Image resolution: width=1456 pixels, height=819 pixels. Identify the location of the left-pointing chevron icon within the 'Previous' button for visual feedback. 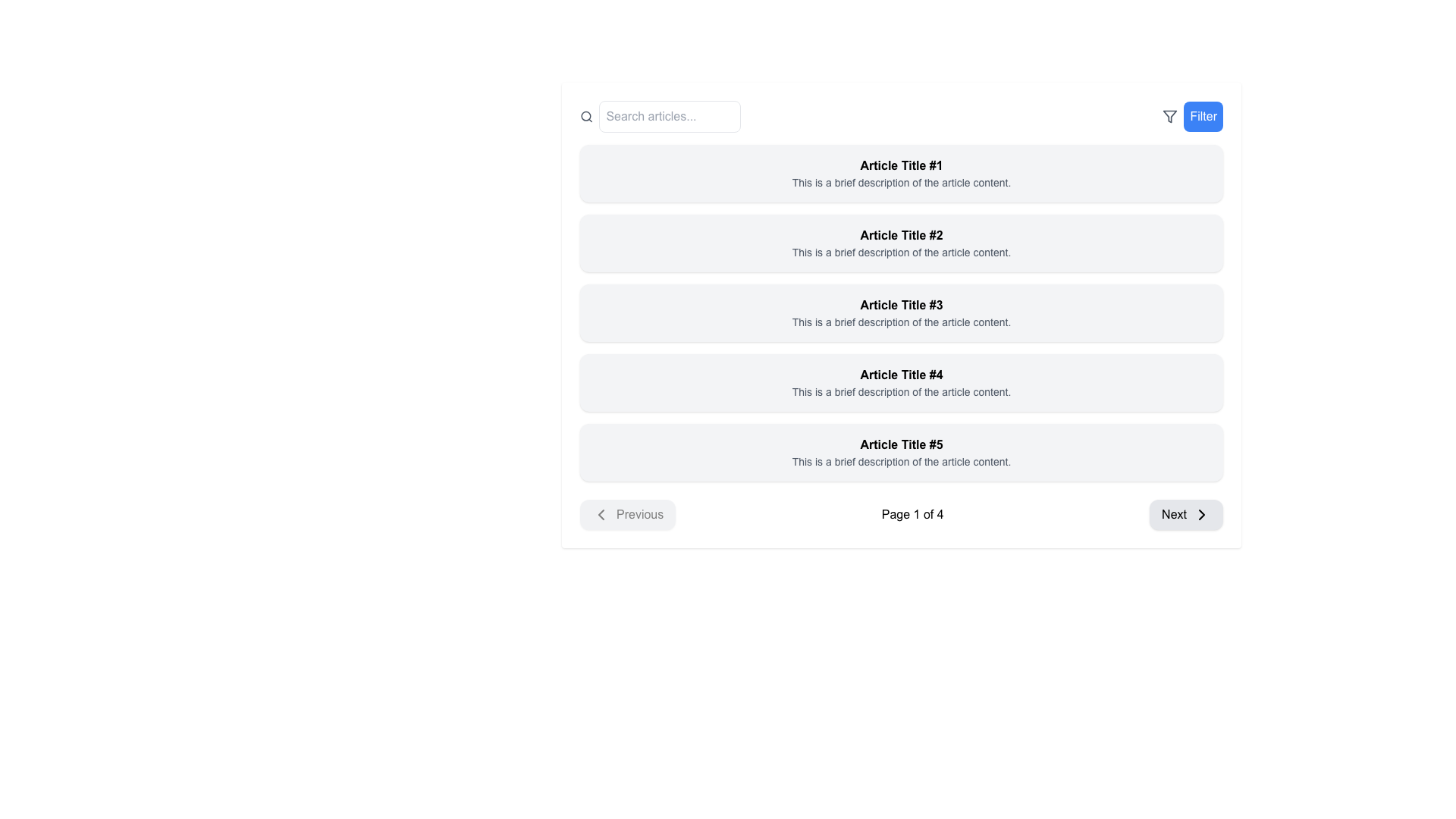
(600, 513).